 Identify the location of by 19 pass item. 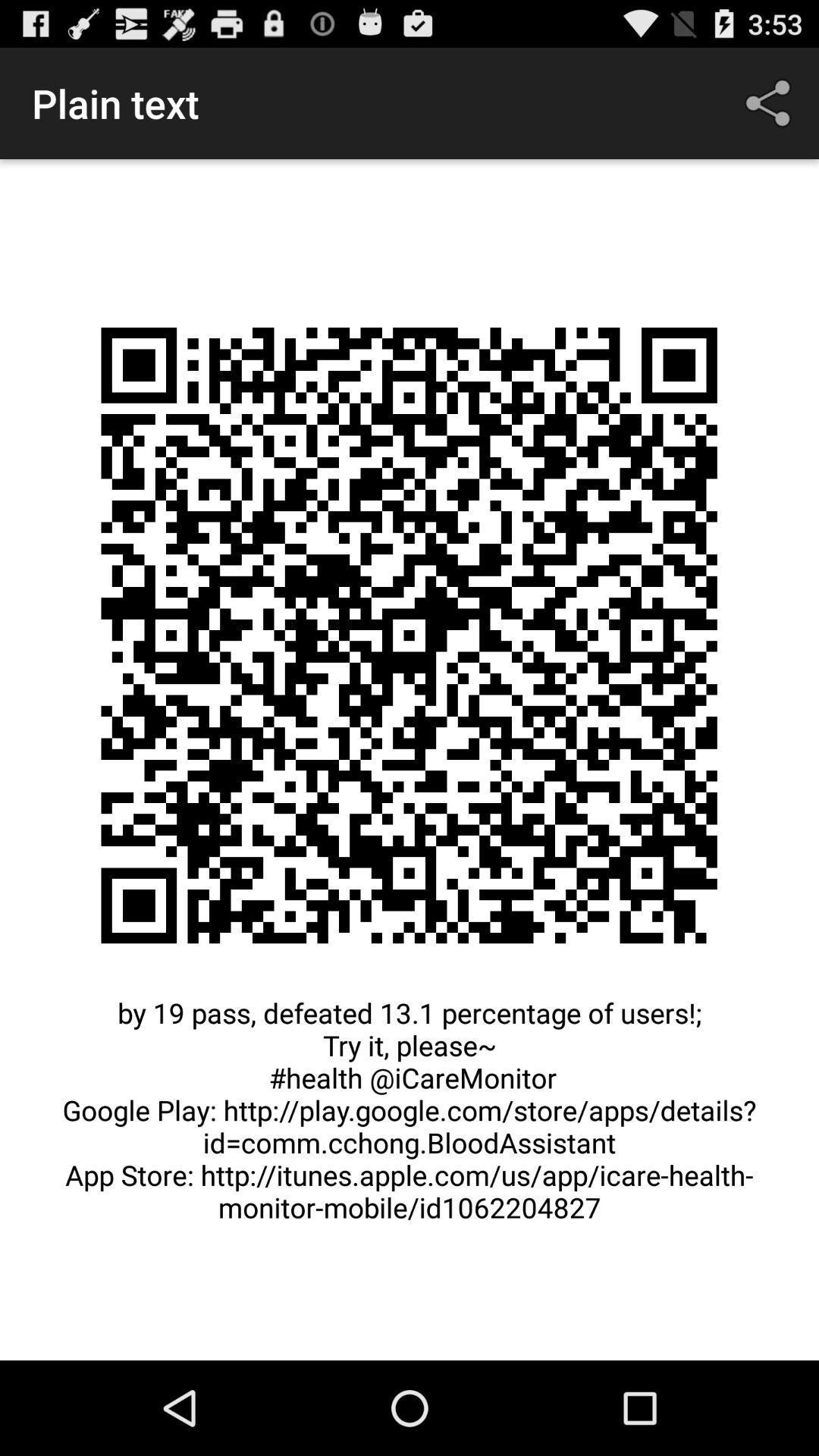
(409, 1118).